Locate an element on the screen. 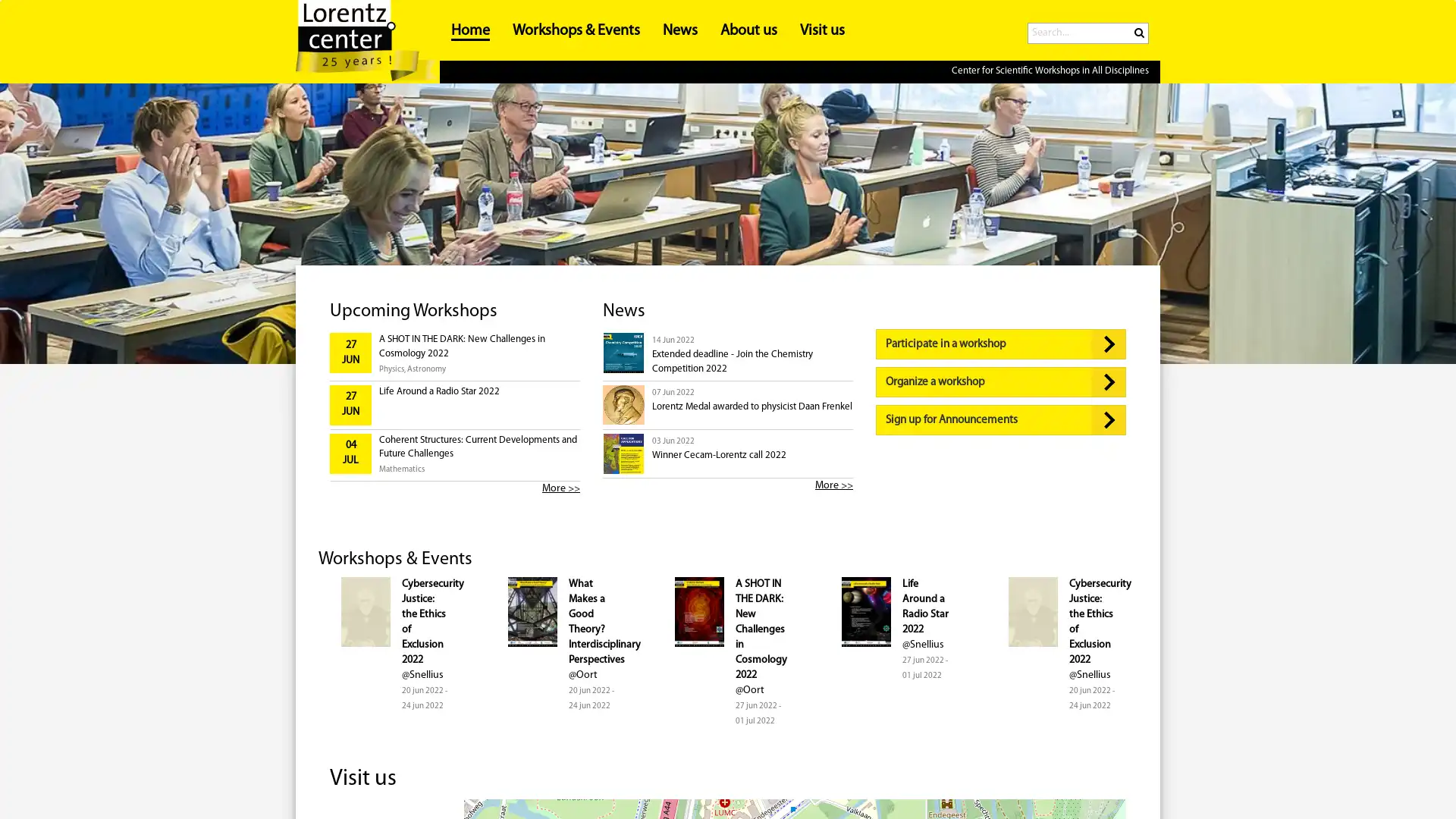  Participate in a workshop is located at coordinates (1001, 344).